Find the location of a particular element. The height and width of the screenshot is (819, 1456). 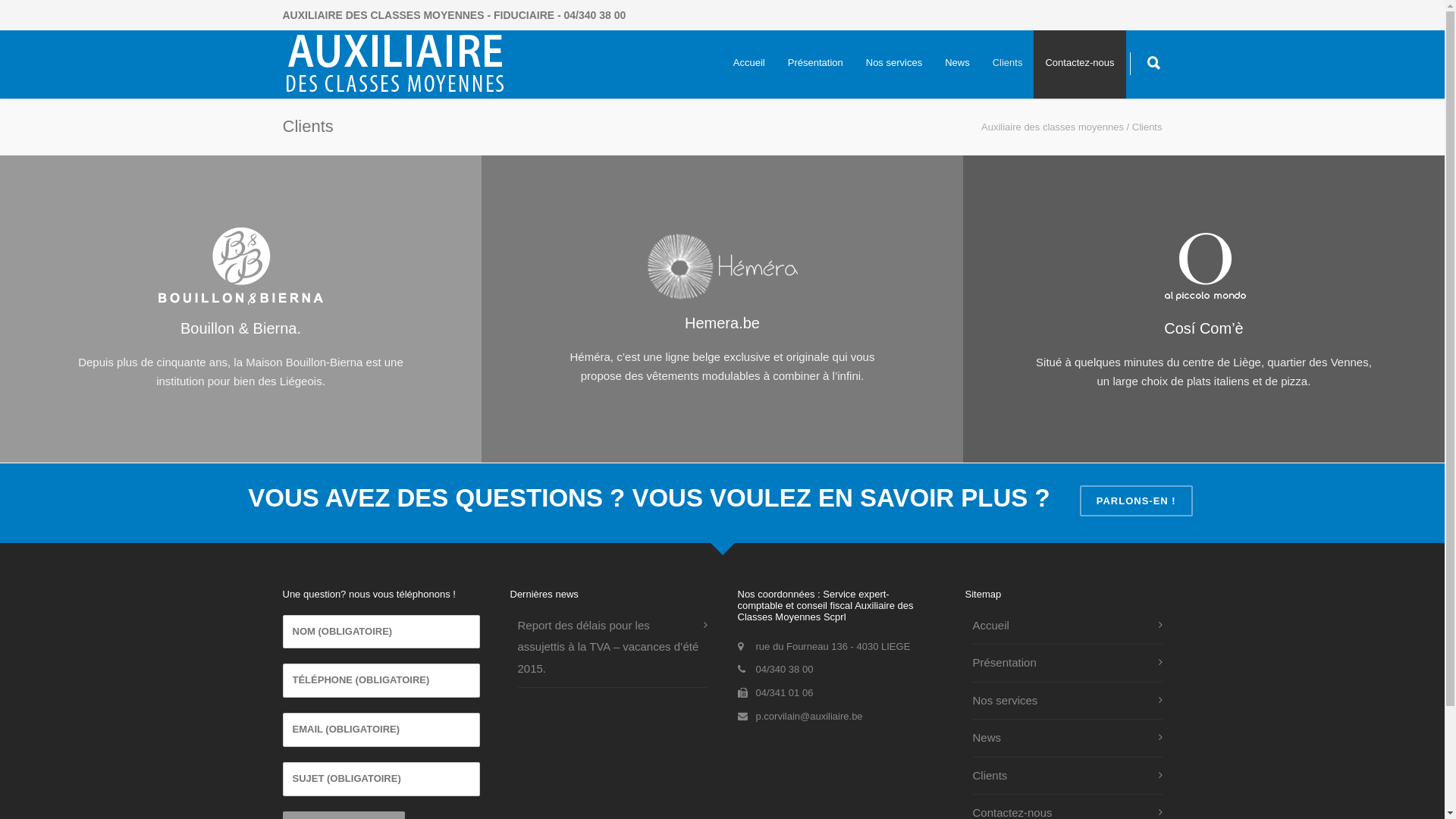

'p.corvilain@auxiliaire.be' is located at coordinates (808, 716).